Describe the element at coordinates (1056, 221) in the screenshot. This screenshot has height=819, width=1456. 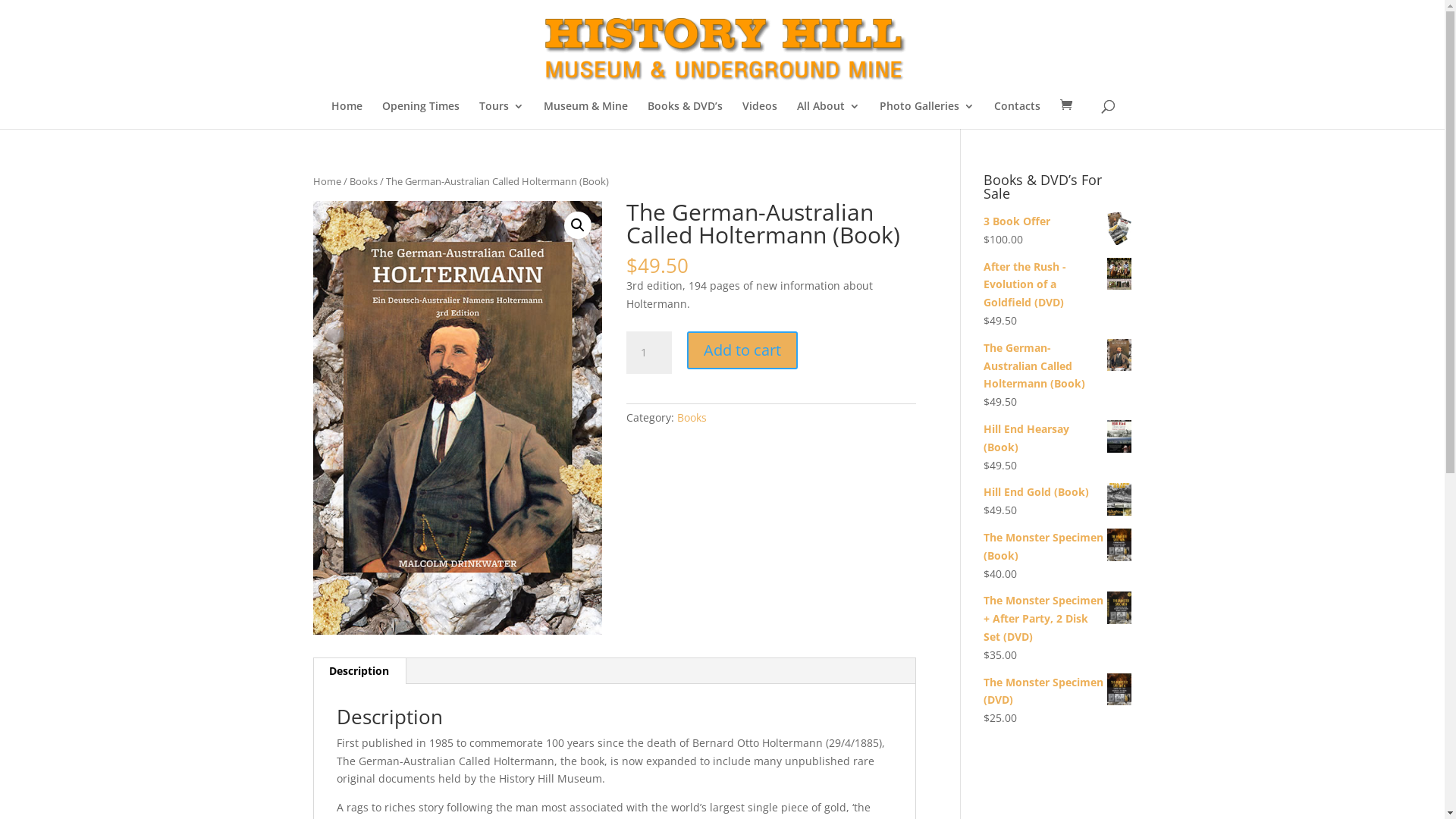
I see `'3 Book Offer'` at that location.